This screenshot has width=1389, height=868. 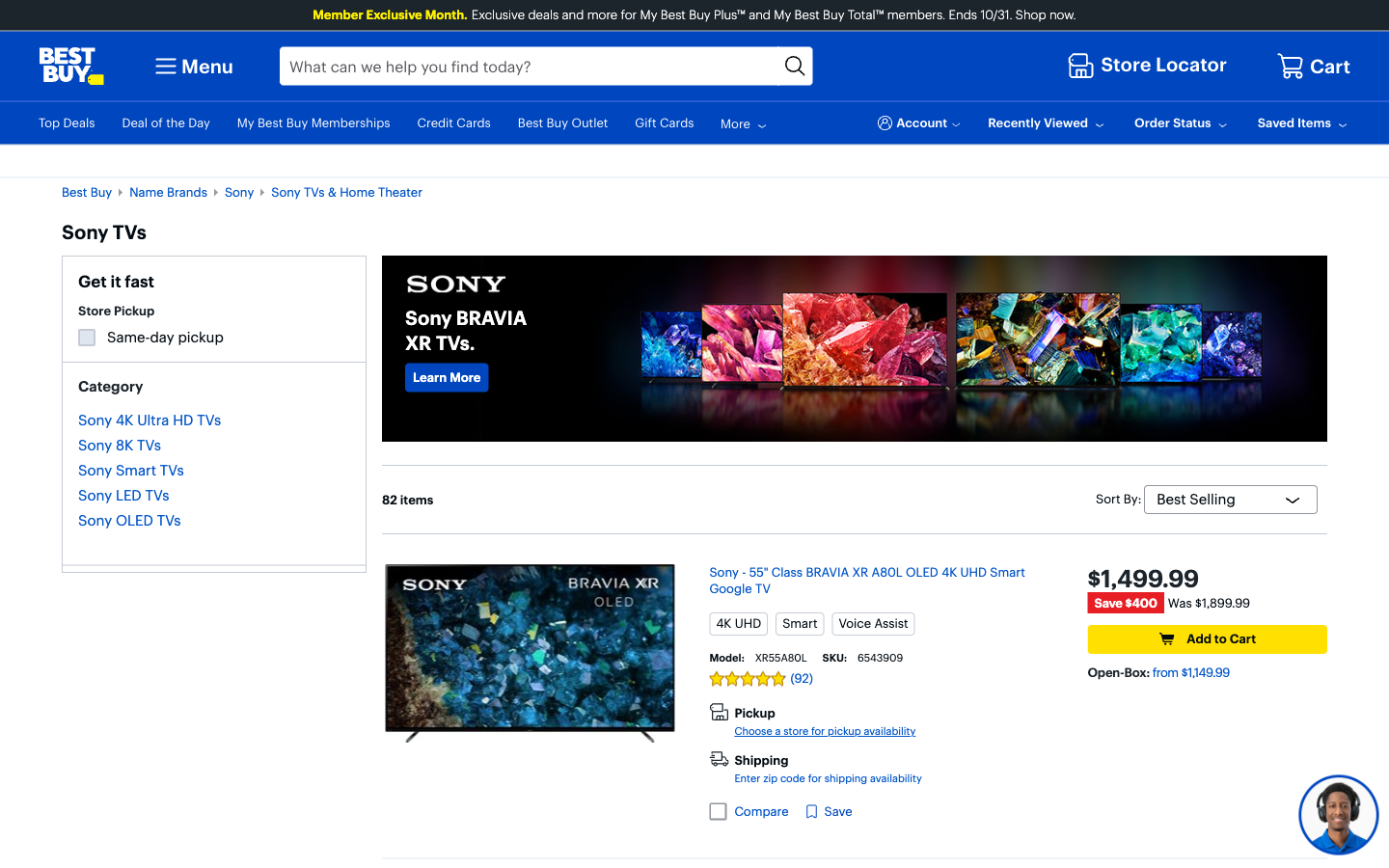 I want to click on Verify if the top listed television is deliverable to the postal code 15217, so click(x=827, y=778).